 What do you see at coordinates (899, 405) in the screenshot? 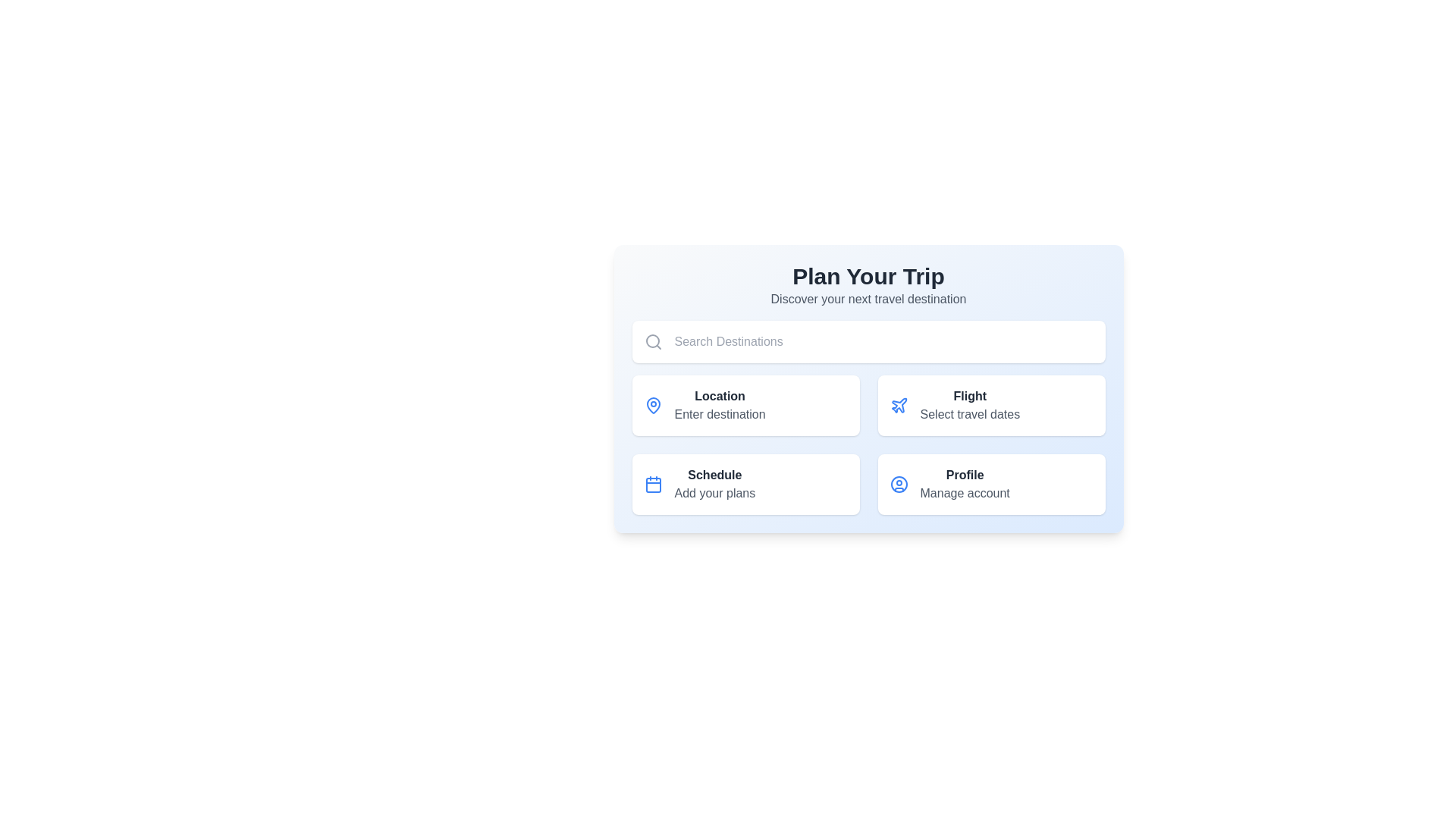
I see `the flight options icon located within the 'Flight' button in the grid layout, positioned to the left of the button's text` at bounding box center [899, 405].